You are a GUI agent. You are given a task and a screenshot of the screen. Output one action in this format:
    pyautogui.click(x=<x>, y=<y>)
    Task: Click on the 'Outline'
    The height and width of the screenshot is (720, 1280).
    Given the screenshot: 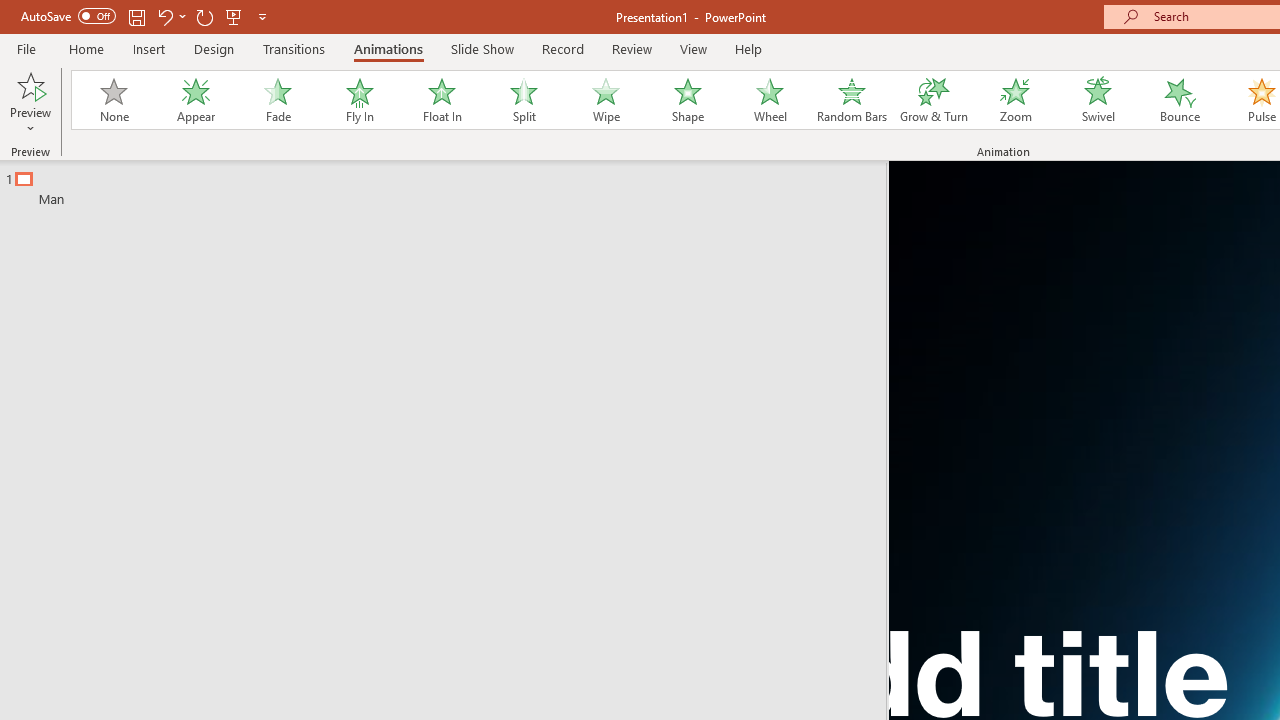 What is the action you would take?
    pyautogui.click(x=451, y=184)
    